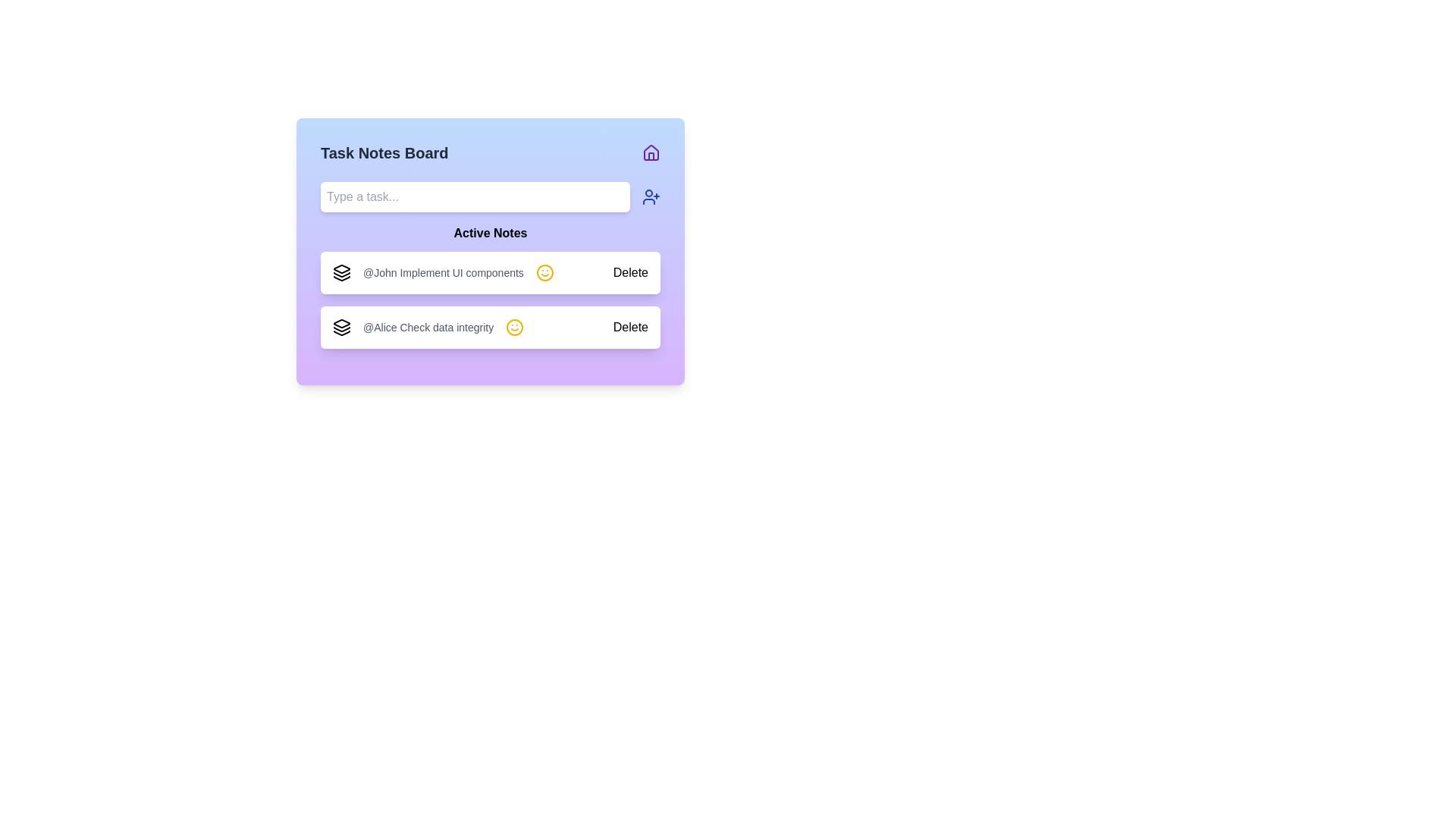 Image resolution: width=1456 pixels, height=819 pixels. Describe the element at coordinates (443, 271) in the screenshot. I see `text content '@John Implement UI components' from the Text label located in the 'Active Notes' section of the task board` at that location.